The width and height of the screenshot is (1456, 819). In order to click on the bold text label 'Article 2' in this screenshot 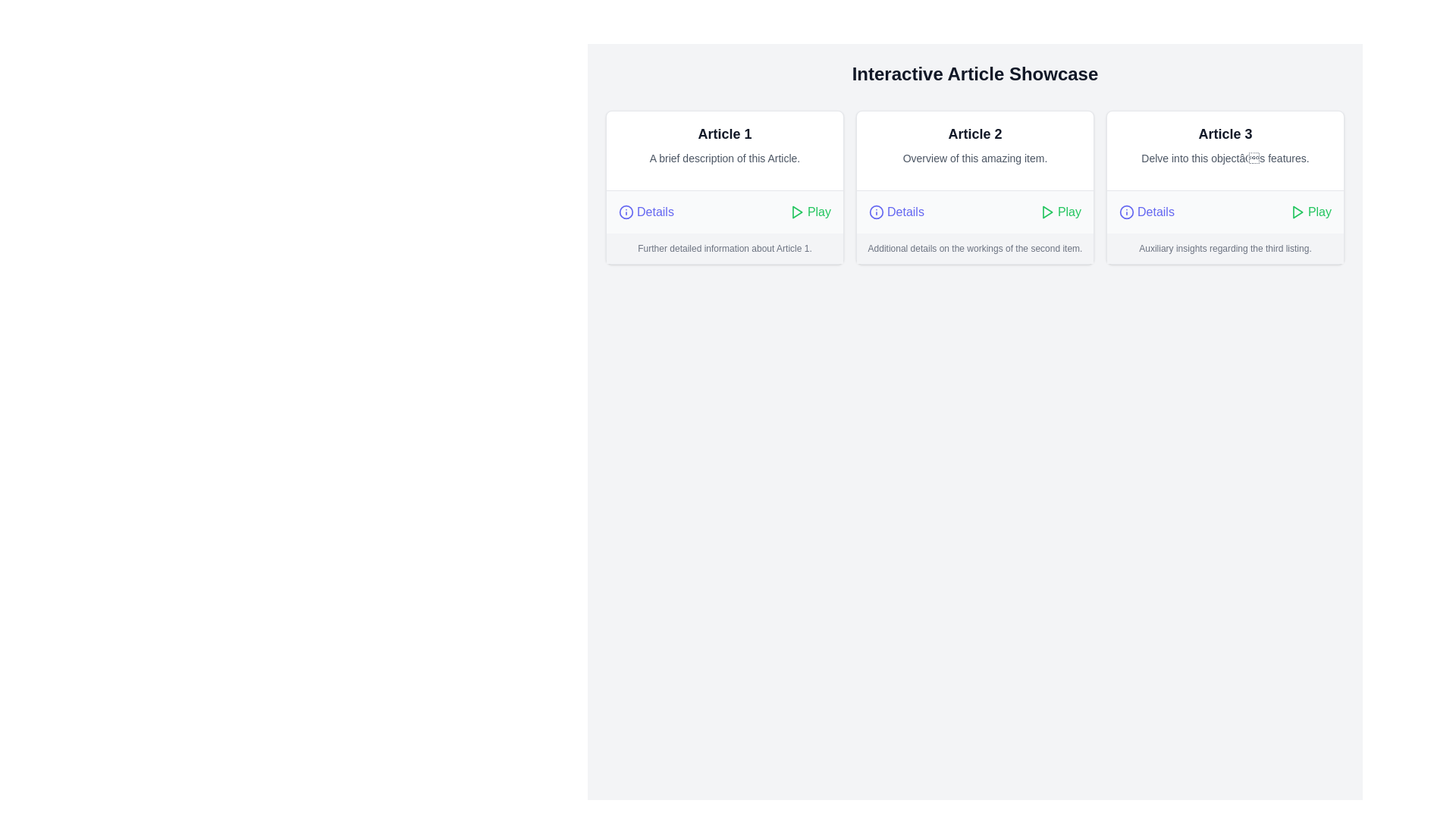, I will do `click(975, 133)`.